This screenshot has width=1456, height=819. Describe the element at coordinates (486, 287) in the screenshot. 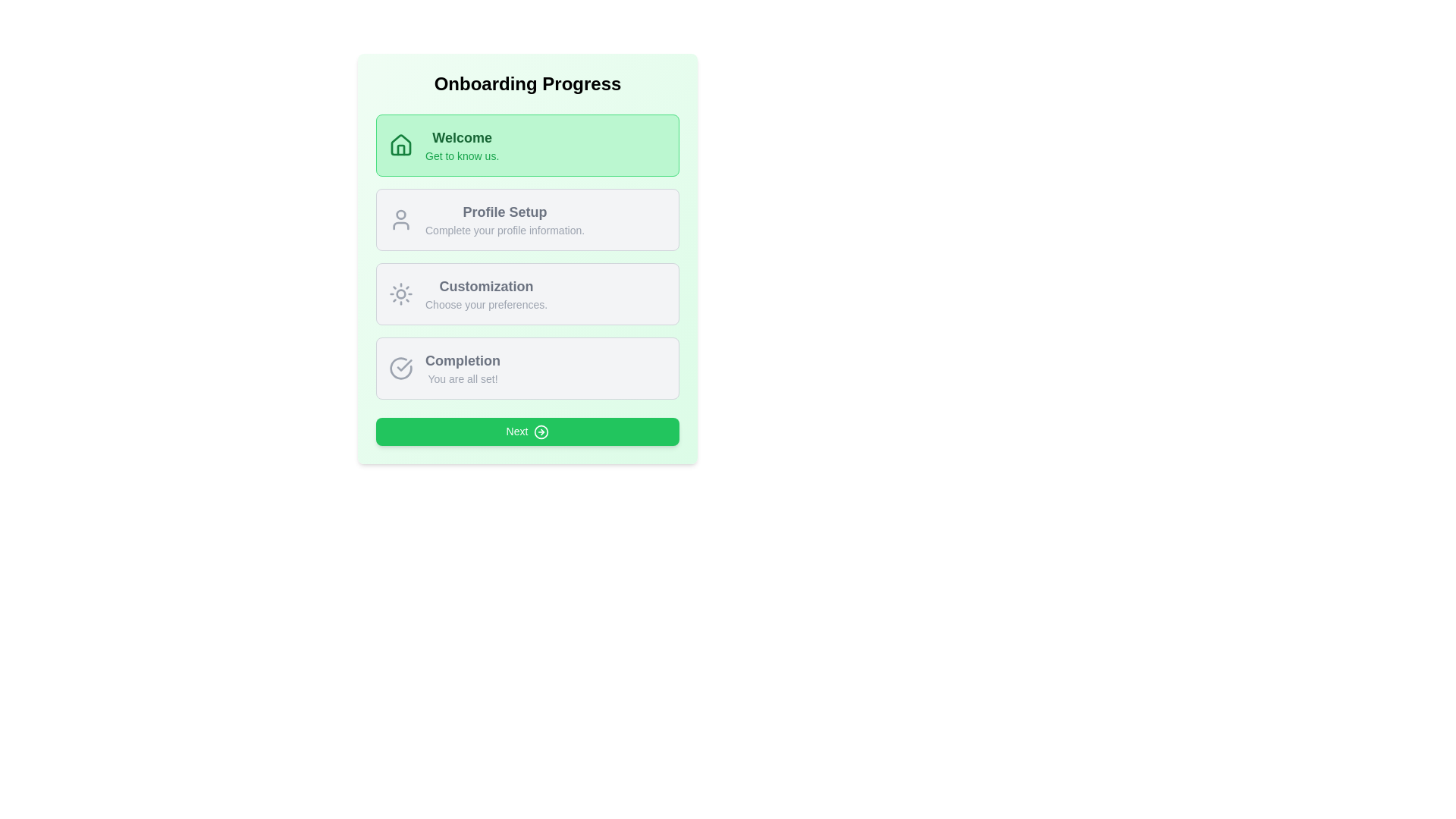

I see `the Text Label that serves as the heading for the 'Customization' step in the onboarding process, located centrally within its card-like module` at that location.